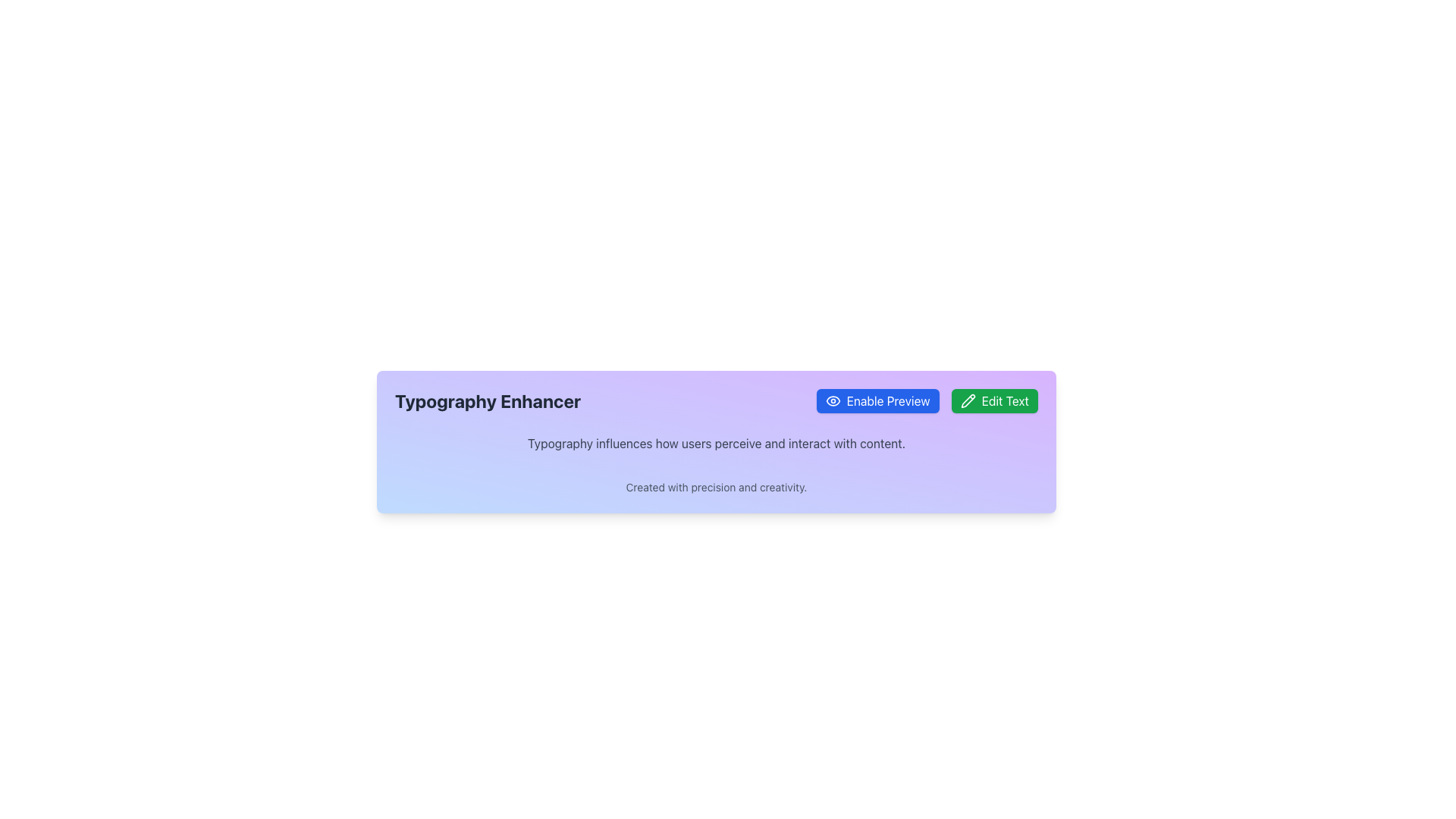 This screenshot has height=819, width=1456. I want to click on the 'Edit Text' button, which is the second button under the 'Typography Enhancer' section, to the right of the 'Enable Preview' button, featuring a green background, rounded corners, white text, and a pencil icon, so click(994, 400).